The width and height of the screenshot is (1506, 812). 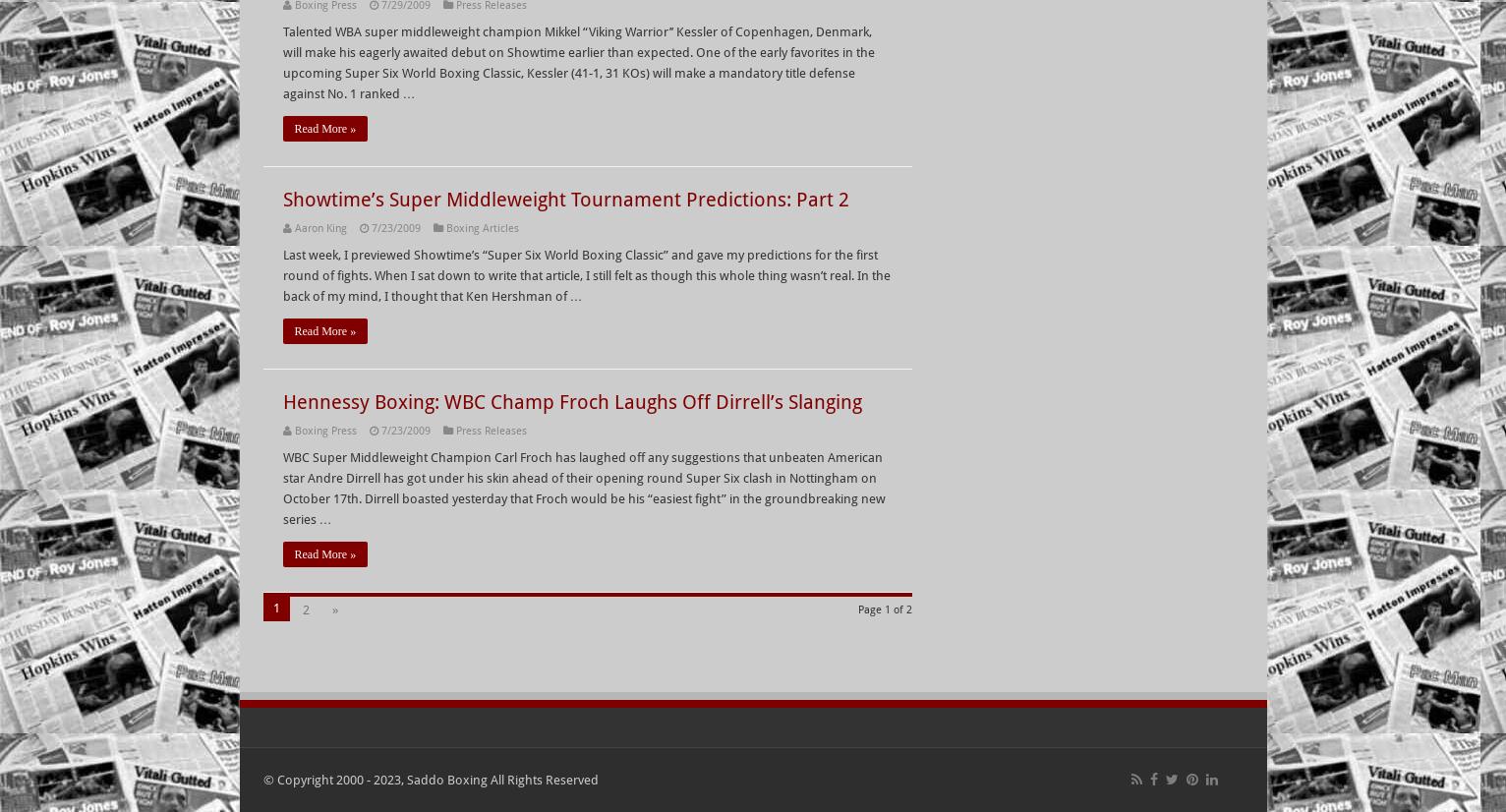 I want to click on 'WBC Super Middleweight Champion Carl Froch has laughed off any suggestions that unbeaten American star Andre Dirrell has got under his skin ahead of their opening round Super Six clash in Nottingham on October 17th. Dirrell boasted yesterday that Froch would be his “easiest fight” in the groundbreaking new series …', so click(x=281, y=489).